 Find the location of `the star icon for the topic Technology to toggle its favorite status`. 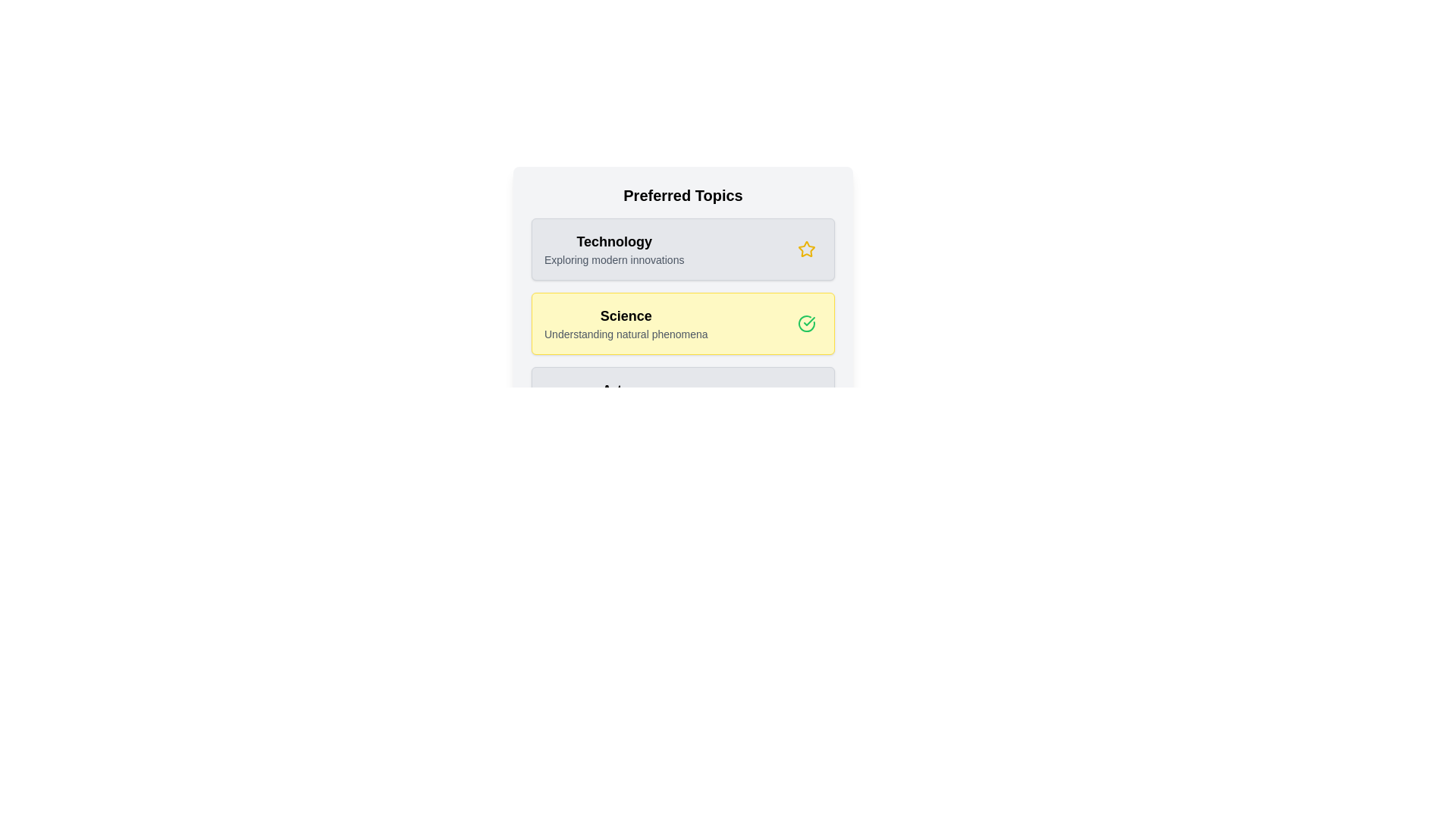

the star icon for the topic Technology to toggle its favorite status is located at coordinates (806, 248).